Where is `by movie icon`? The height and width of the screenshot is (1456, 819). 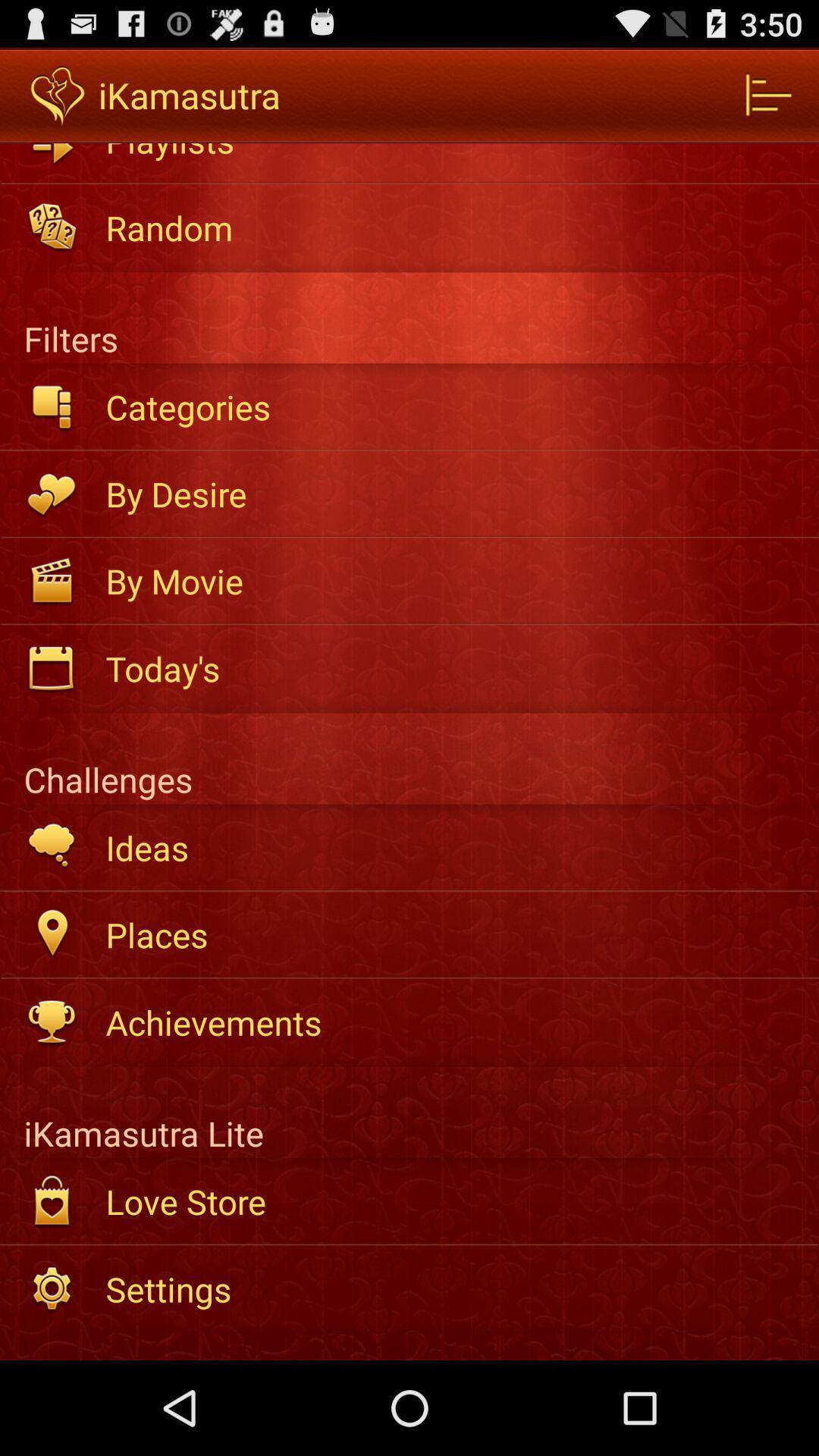 by movie icon is located at coordinates (451, 580).